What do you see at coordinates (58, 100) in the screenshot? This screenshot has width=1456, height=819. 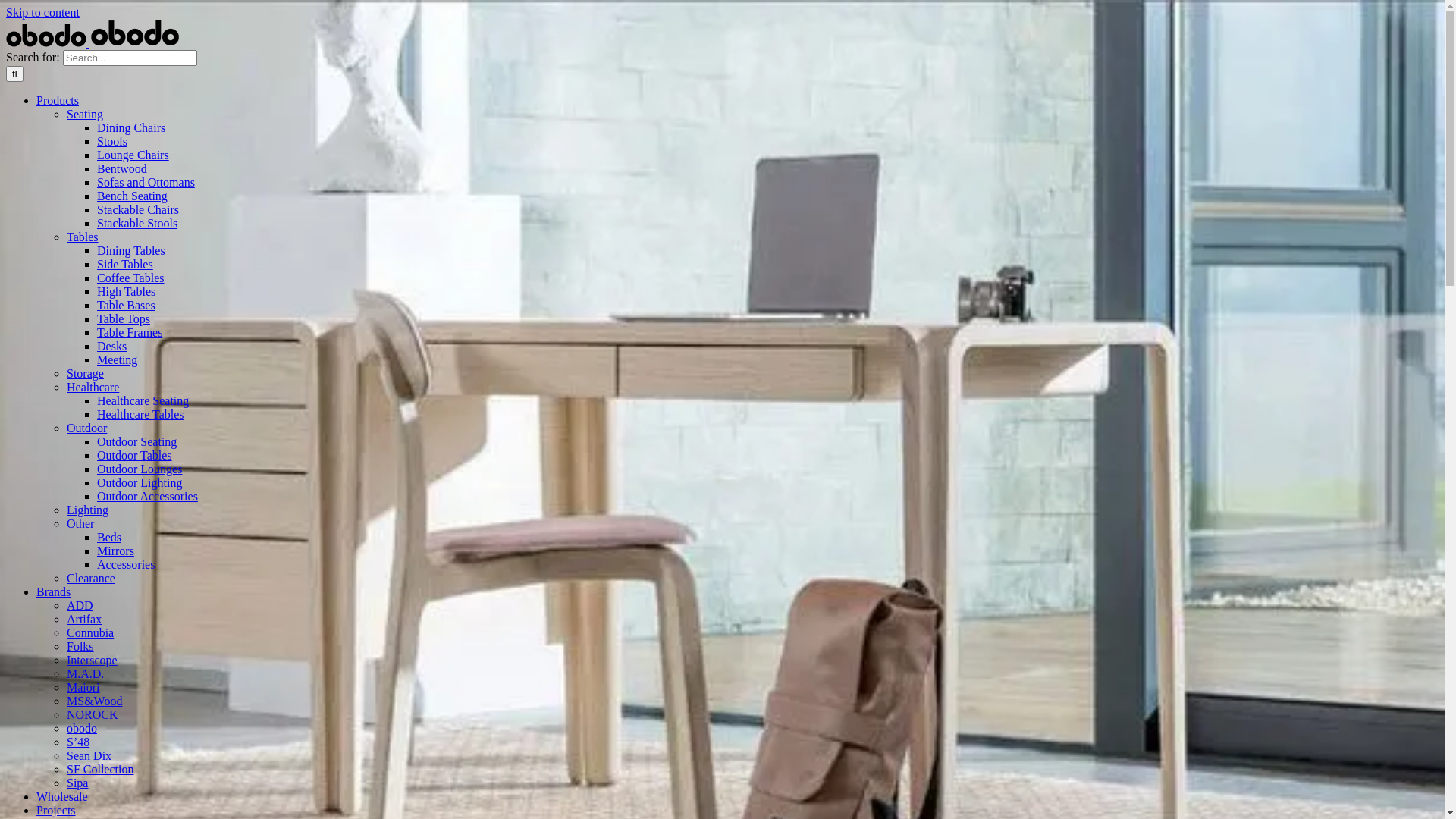 I see `'Products'` at bounding box center [58, 100].